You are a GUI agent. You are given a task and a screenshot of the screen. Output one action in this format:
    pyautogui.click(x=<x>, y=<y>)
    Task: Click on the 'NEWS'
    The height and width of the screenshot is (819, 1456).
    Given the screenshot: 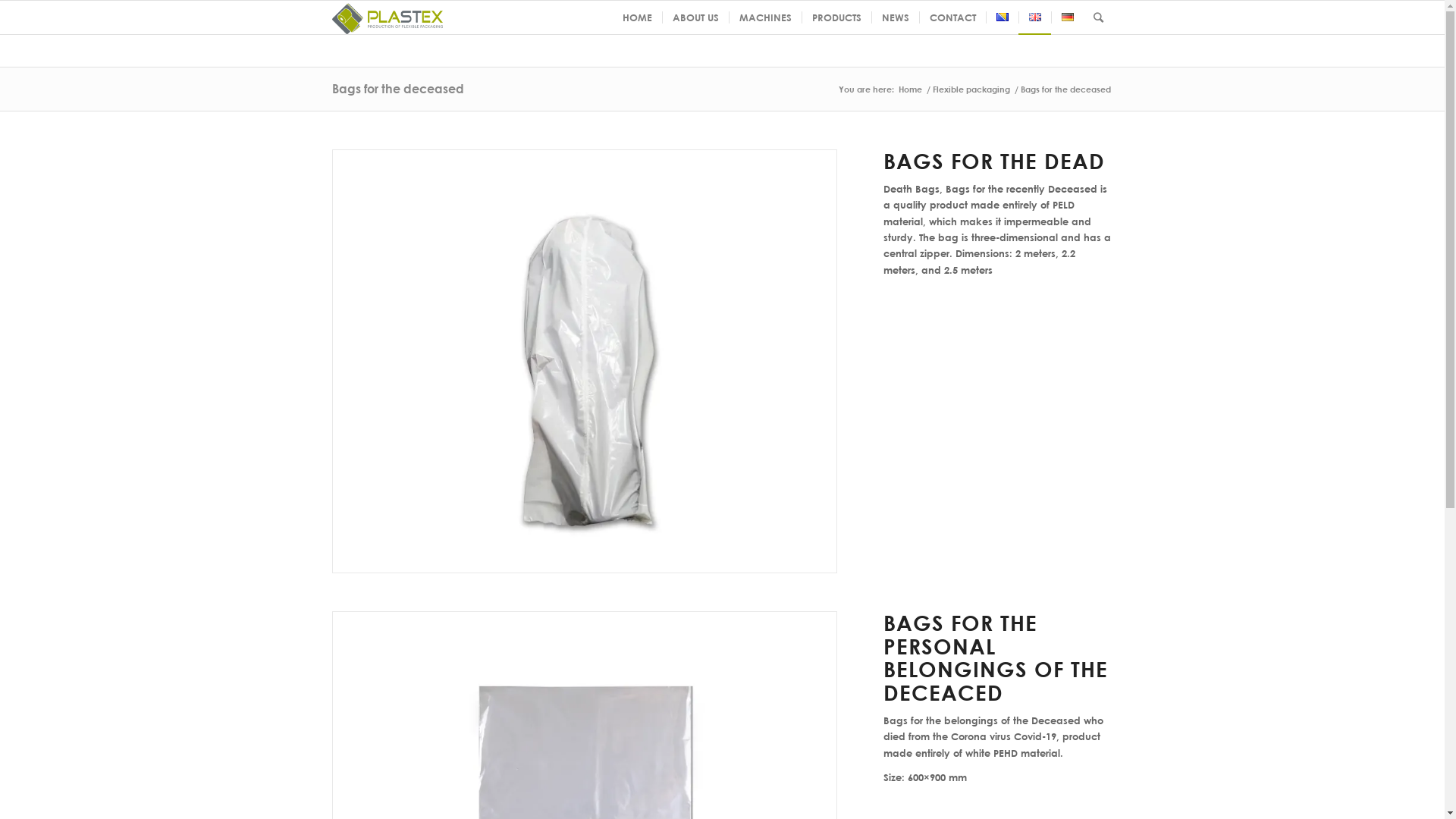 What is the action you would take?
    pyautogui.click(x=894, y=17)
    